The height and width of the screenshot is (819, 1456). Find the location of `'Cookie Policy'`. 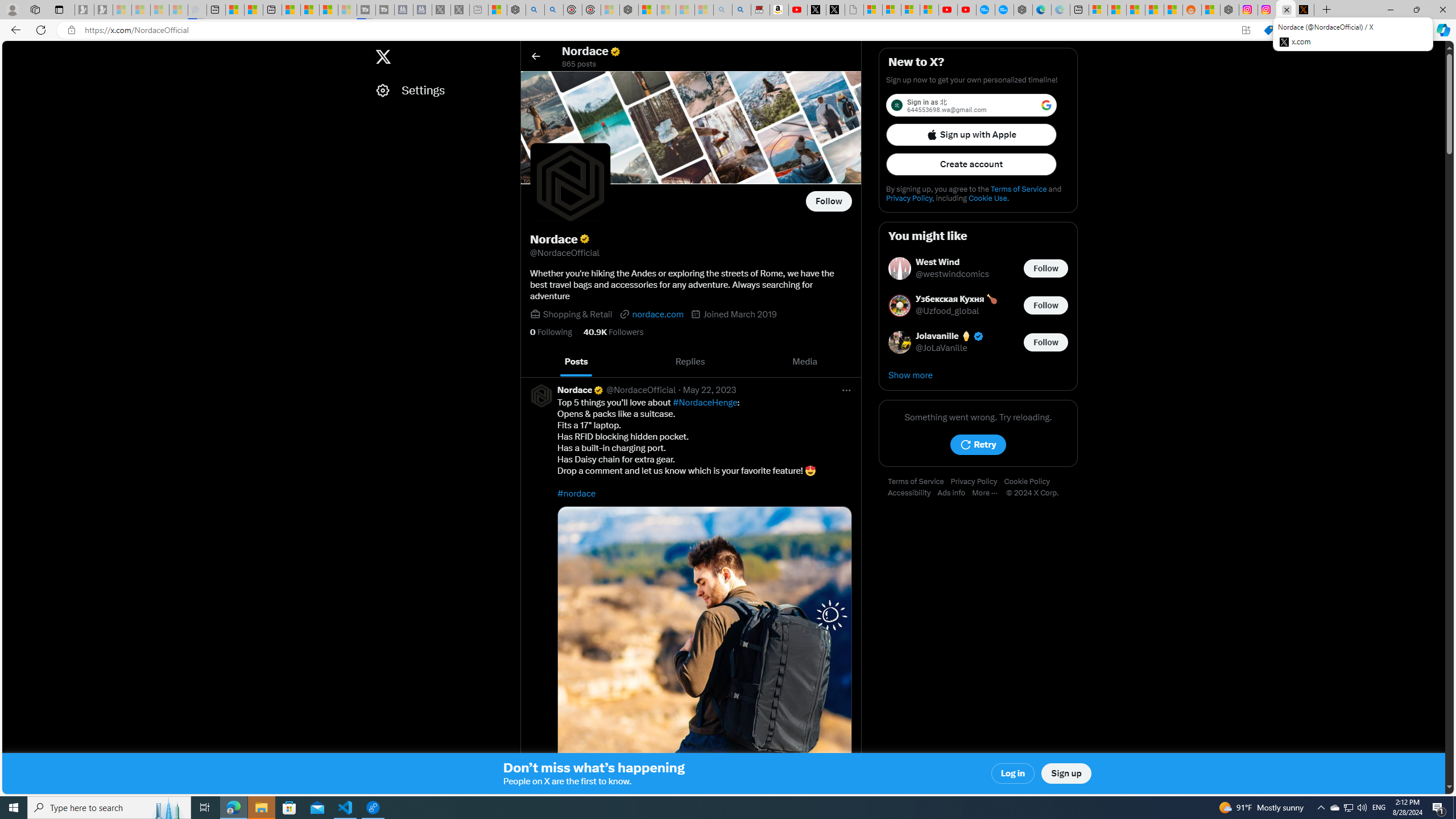

'Cookie Policy' is located at coordinates (1029, 481).